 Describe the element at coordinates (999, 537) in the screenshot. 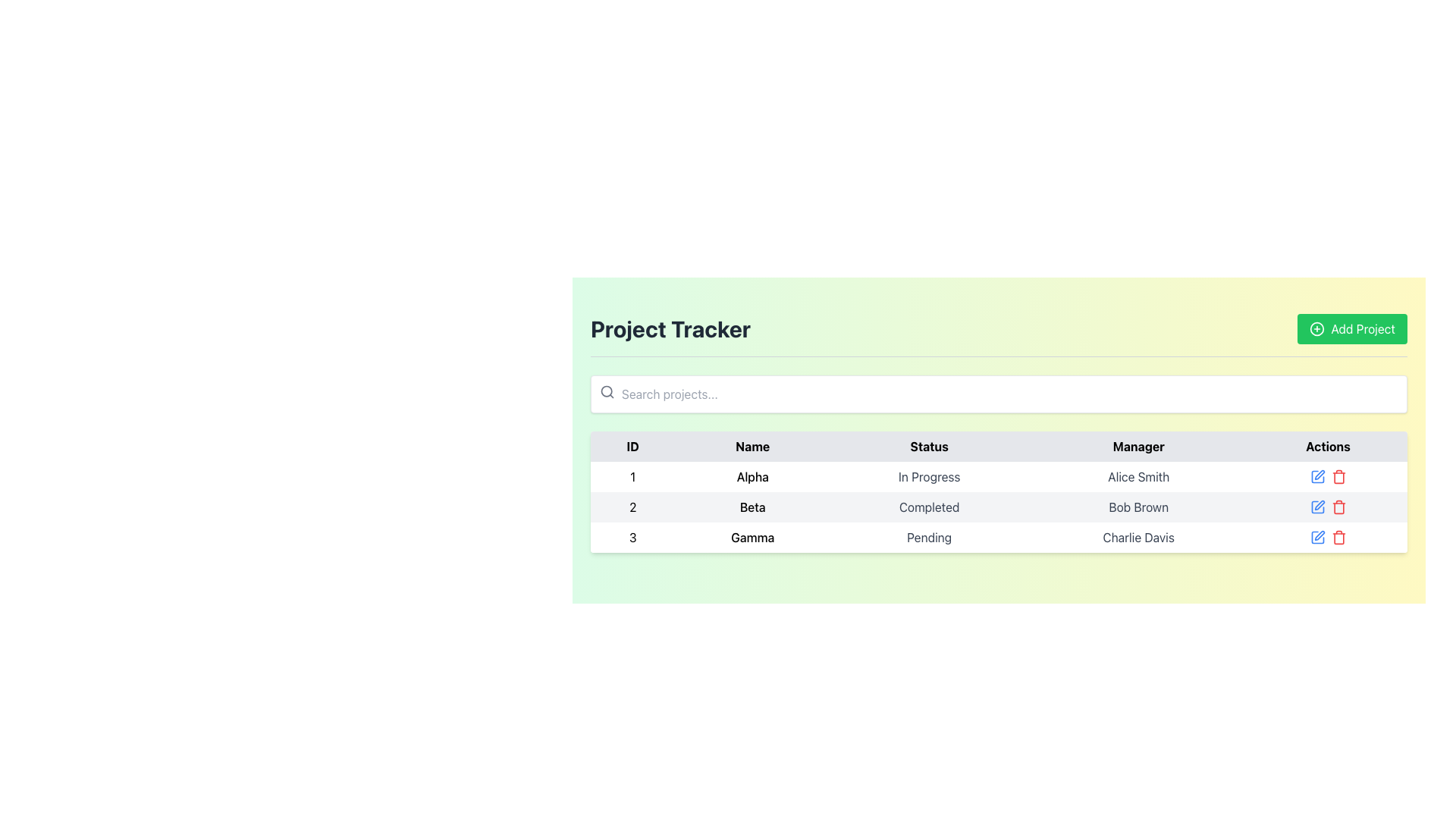

I see `the third row in the table that contains the items '3', 'Gamma', 'Pending', and 'Charlie Davis', which is styled with alternating background colors and highlights in yellow on hover` at that location.